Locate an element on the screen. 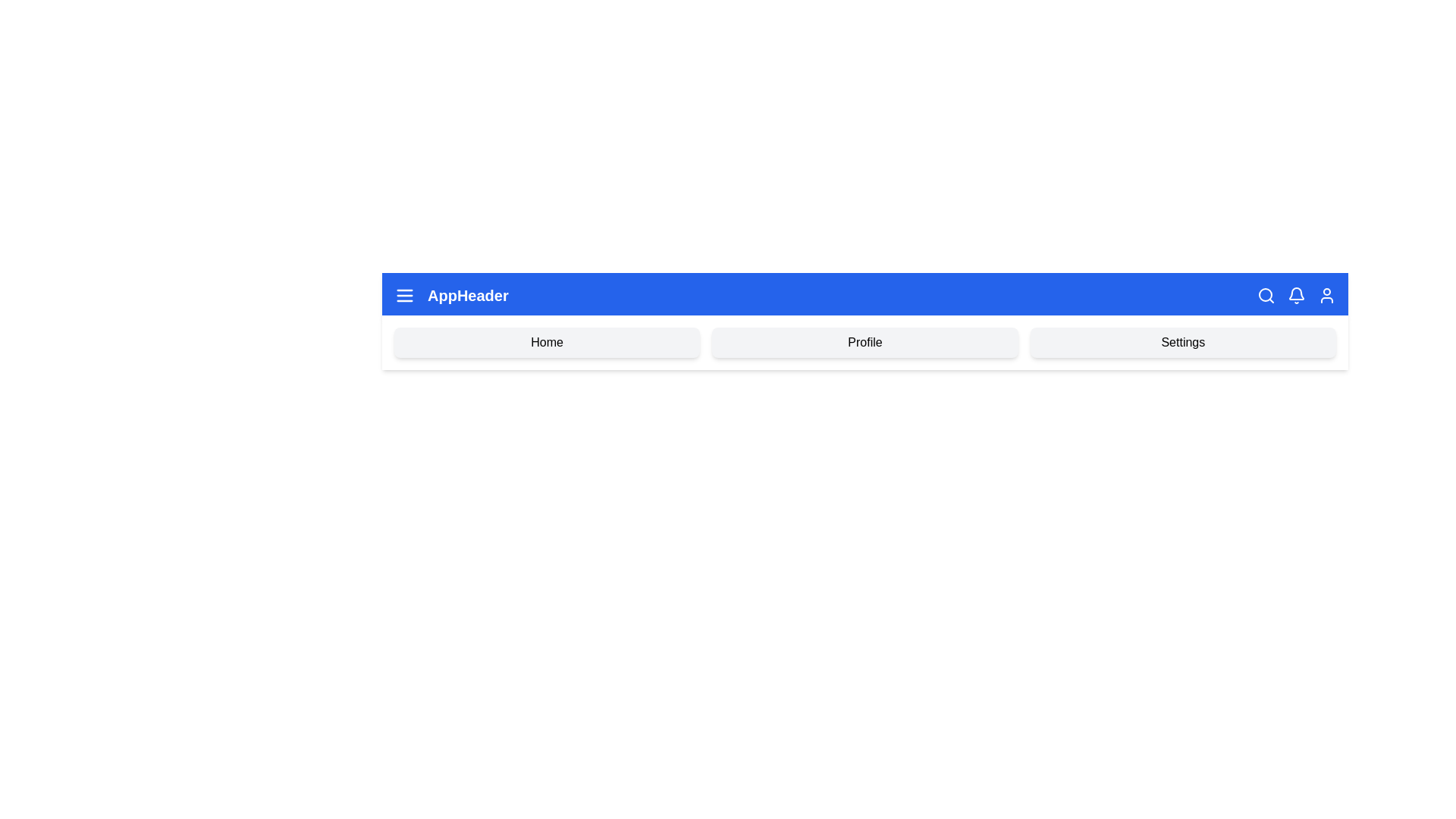 This screenshot has width=1456, height=819. the search icon to open the search functionality is located at coordinates (1266, 295).